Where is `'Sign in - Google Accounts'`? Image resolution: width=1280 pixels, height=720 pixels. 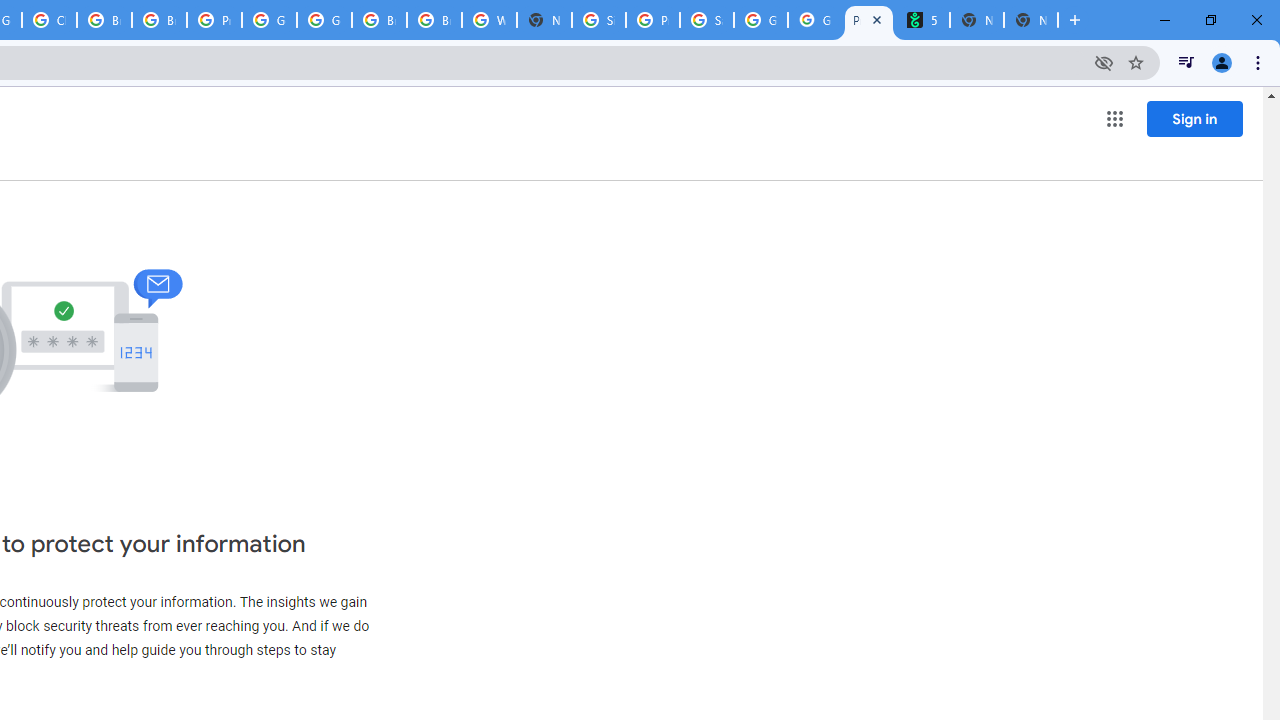
'Sign in - Google Accounts' is located at coordinates (598, 20).